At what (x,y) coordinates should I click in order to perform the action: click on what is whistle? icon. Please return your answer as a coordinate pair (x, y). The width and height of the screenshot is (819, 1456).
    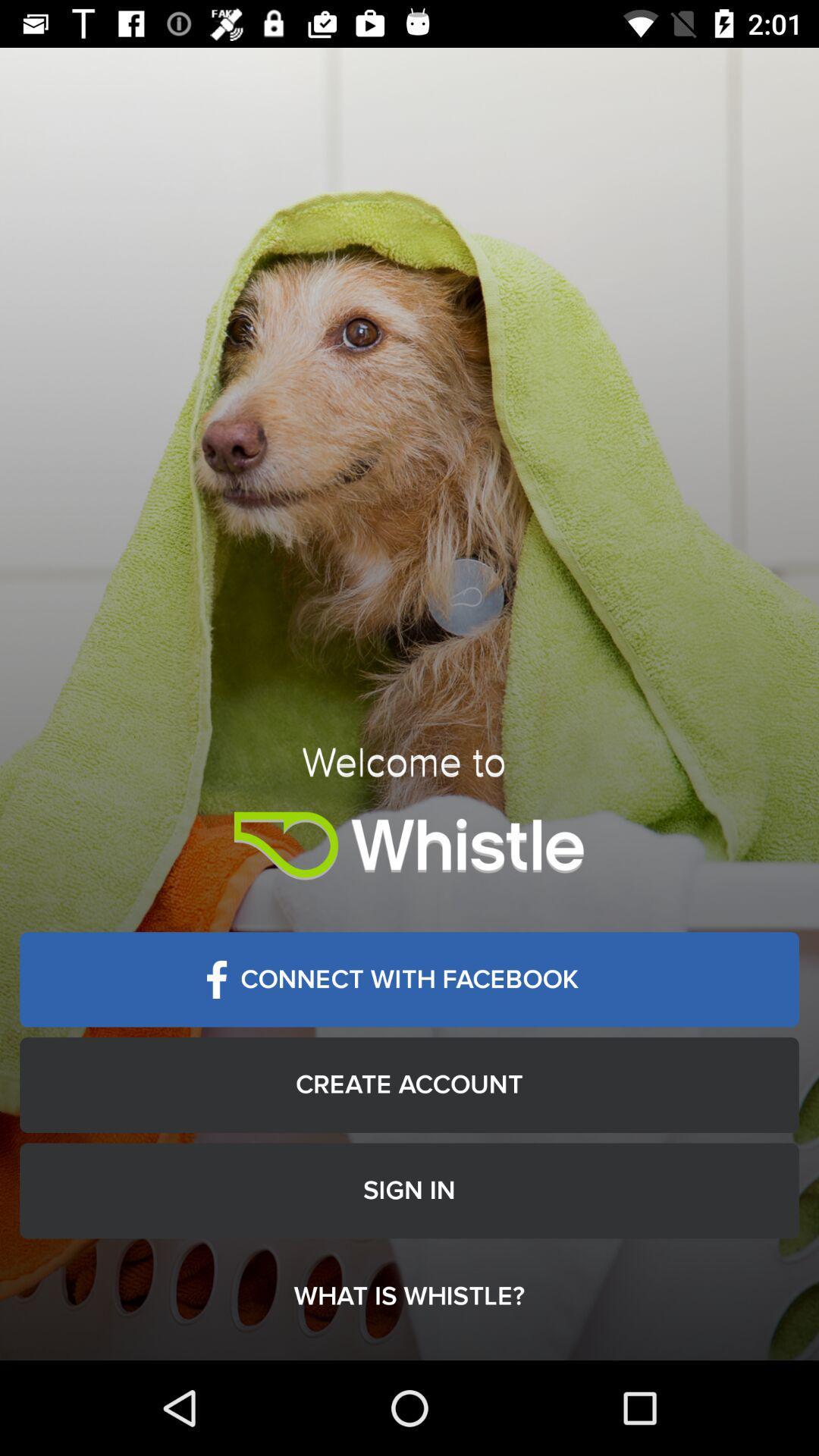
    Looking at the image, I should click on (409, 1295).